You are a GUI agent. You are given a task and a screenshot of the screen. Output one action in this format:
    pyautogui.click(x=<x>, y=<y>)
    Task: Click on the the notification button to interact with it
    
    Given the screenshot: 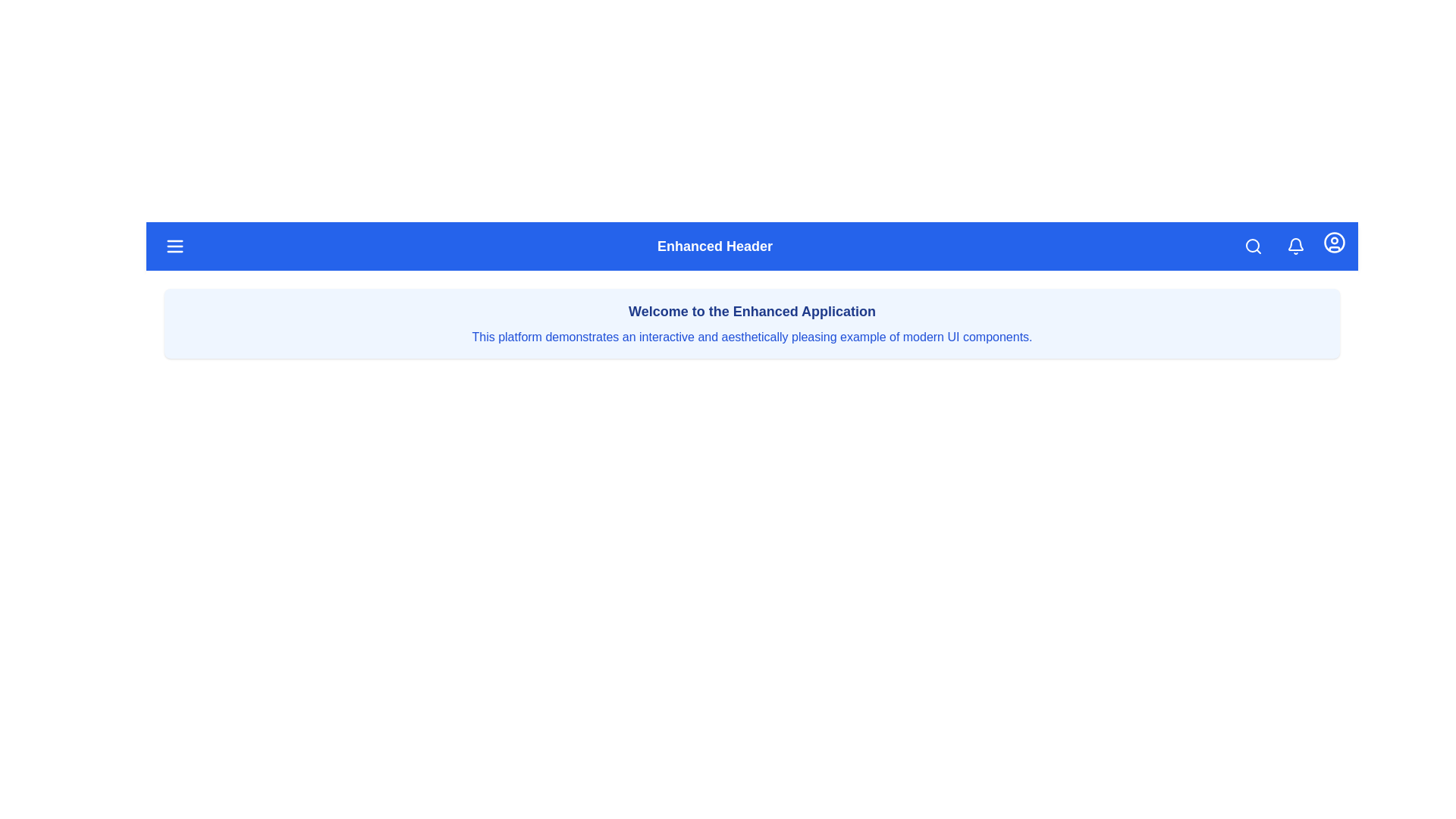 What is the action you would take?
    pyautogui.click(x=1294, y=245)
    